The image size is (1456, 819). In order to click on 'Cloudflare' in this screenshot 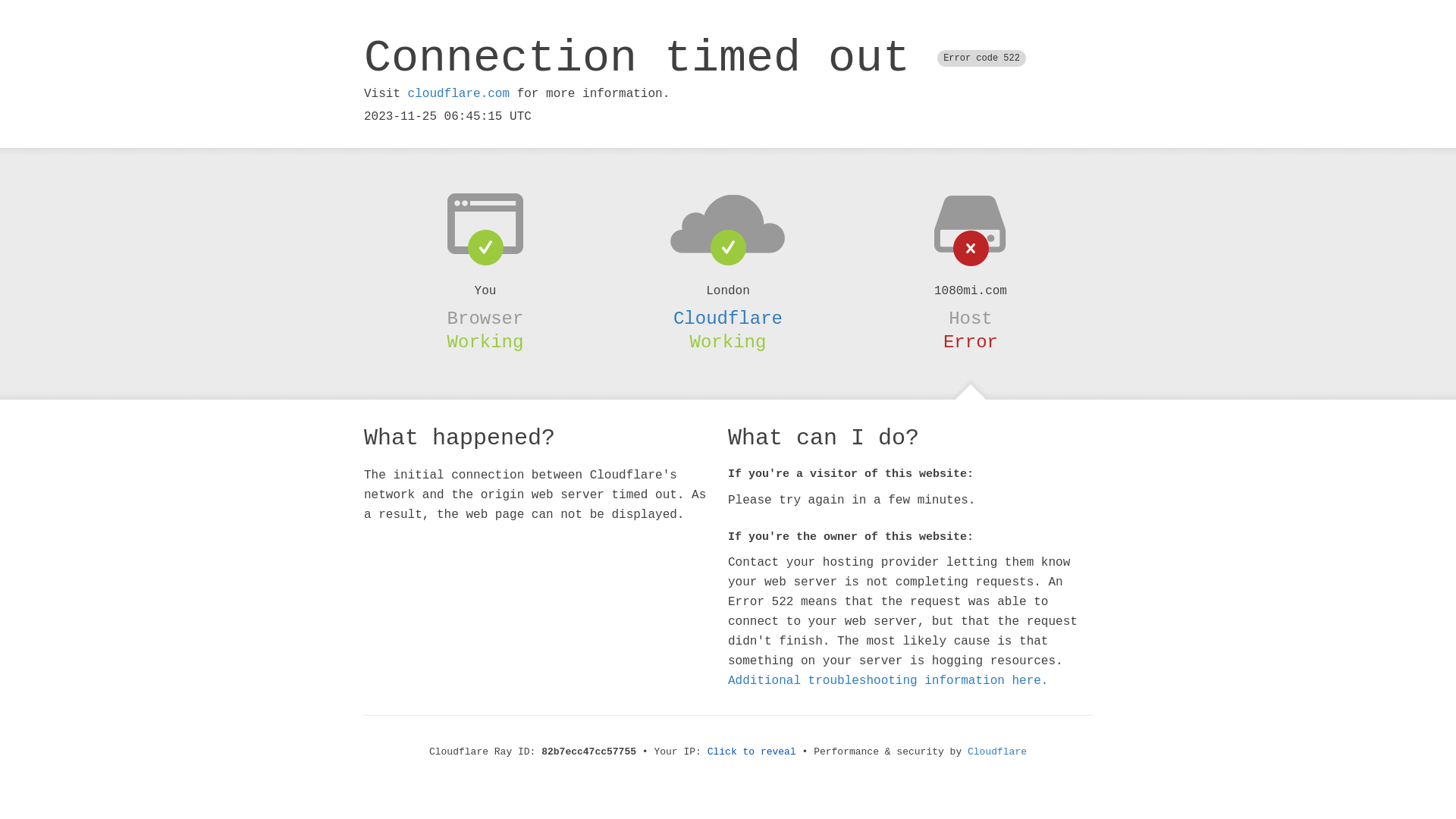, I will do `click(728, 318)`.